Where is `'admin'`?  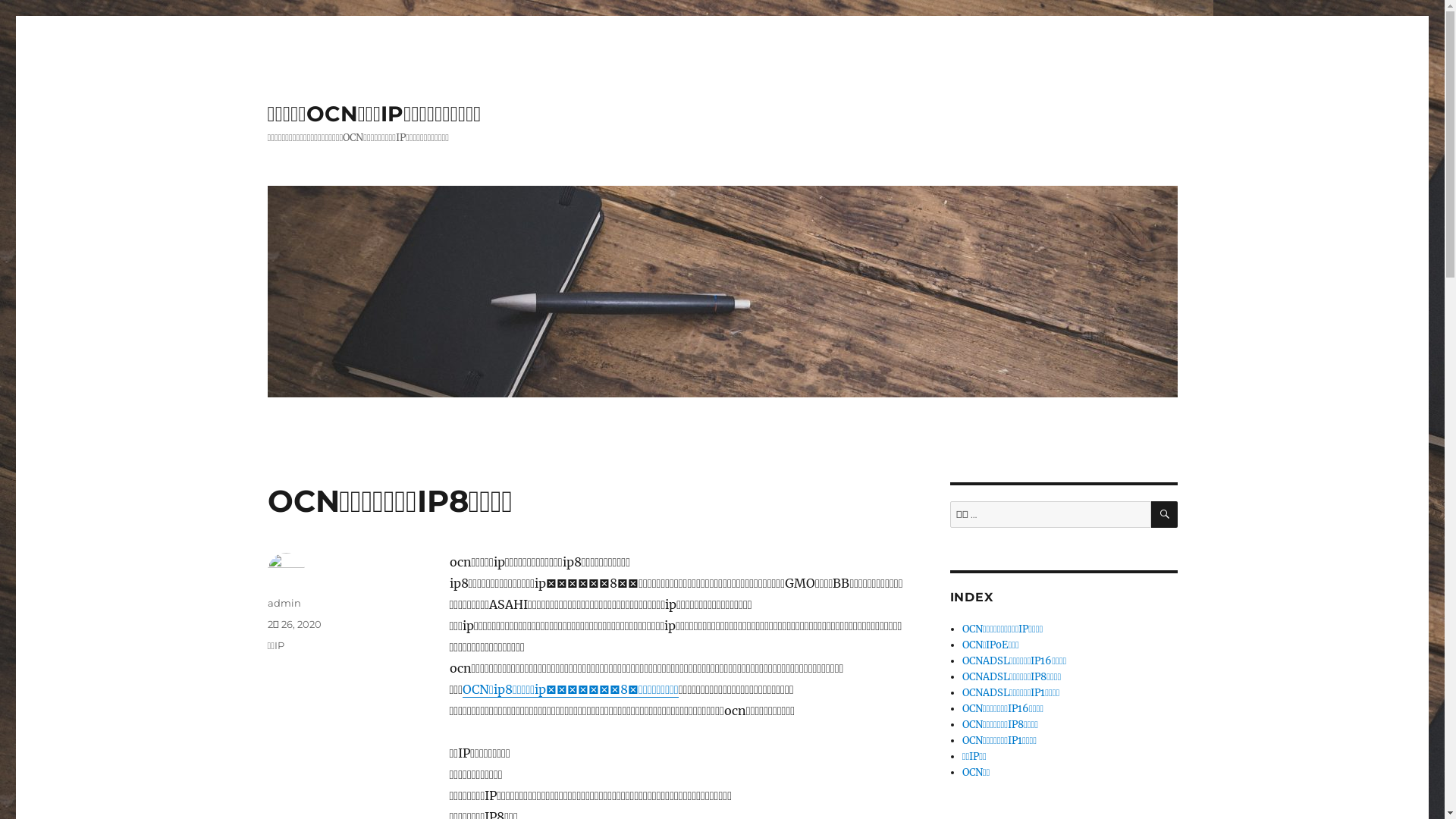 'admin' is located at coordinates (284, 601).